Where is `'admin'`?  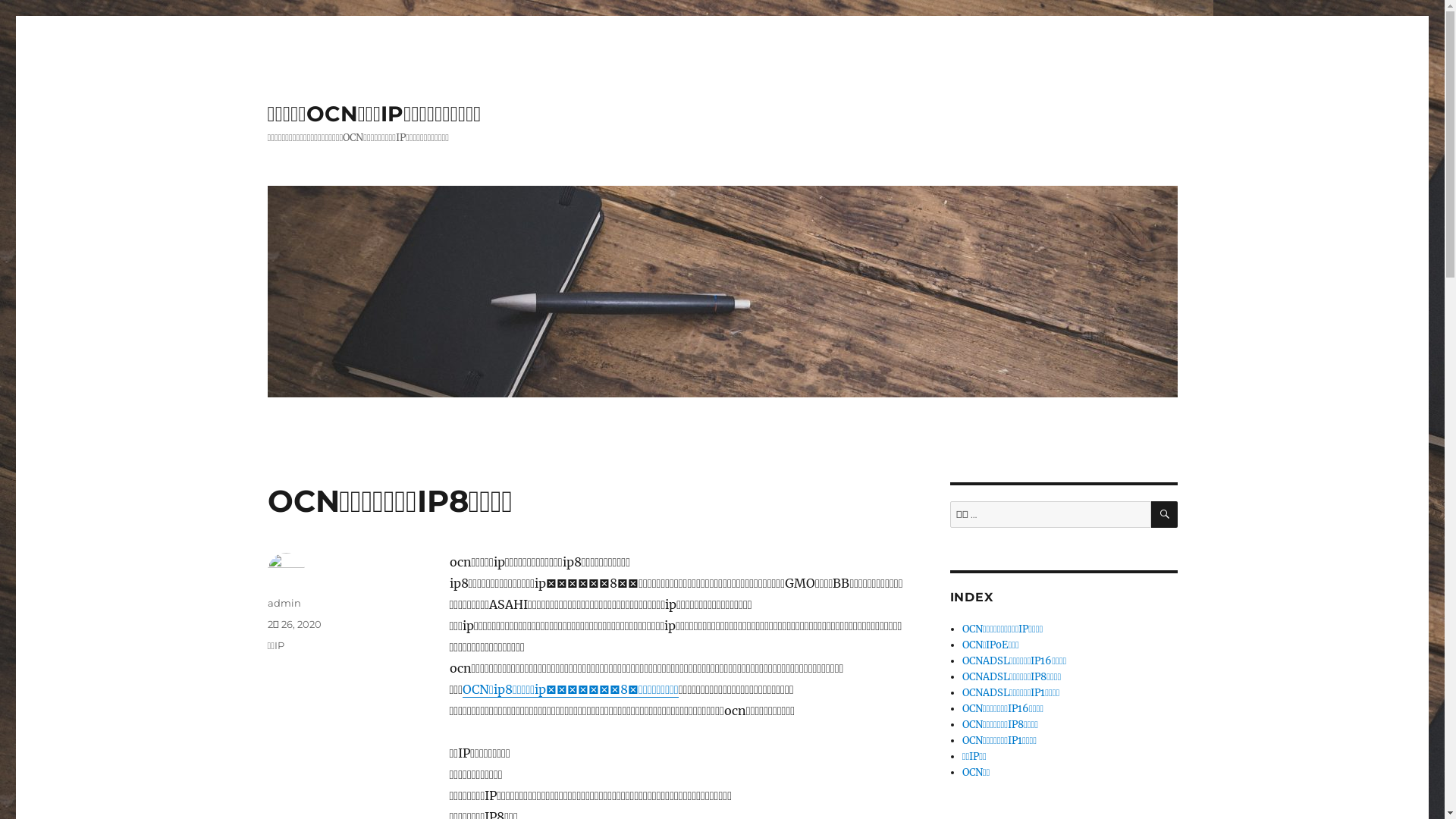 'admin' is located at coordinates (284, 601).